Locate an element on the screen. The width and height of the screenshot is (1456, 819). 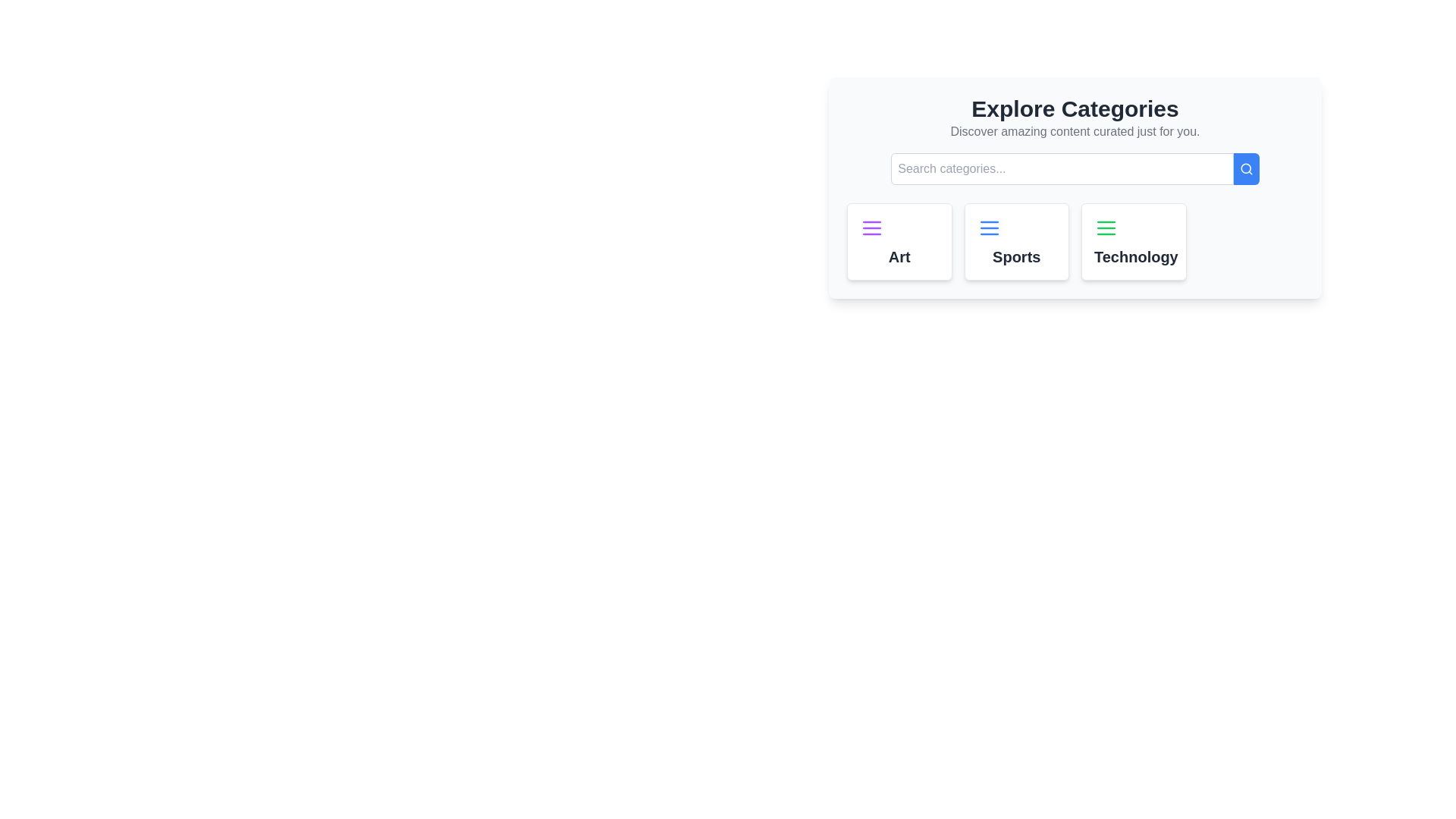
the 'Technology' text label within the rightmost card under the 'Explore Categories' heading is located at coordinates (1134, 256).